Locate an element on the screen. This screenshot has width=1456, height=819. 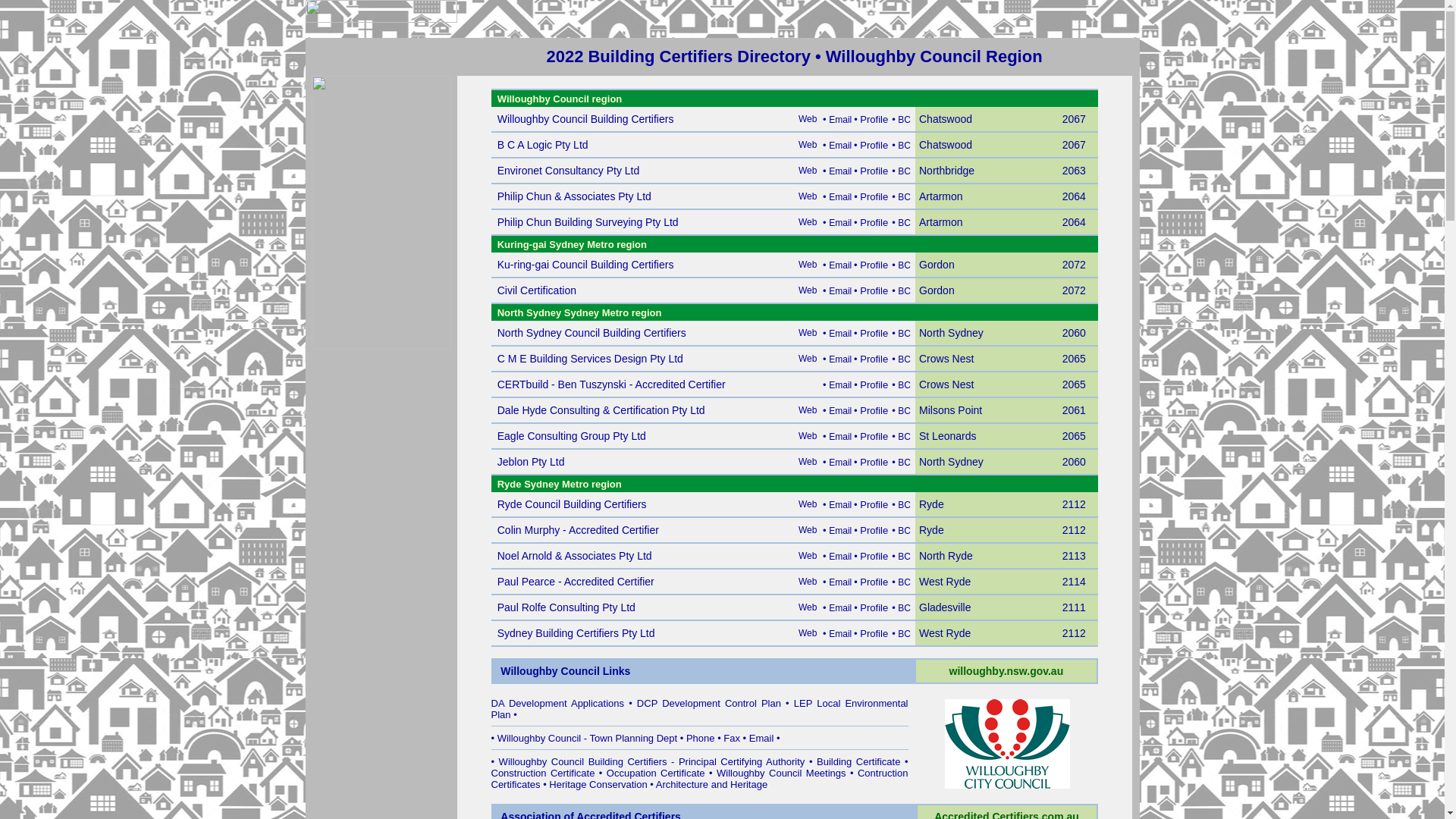
'North Sydney Sydney Metro region' is located at coordinates (579, 311).